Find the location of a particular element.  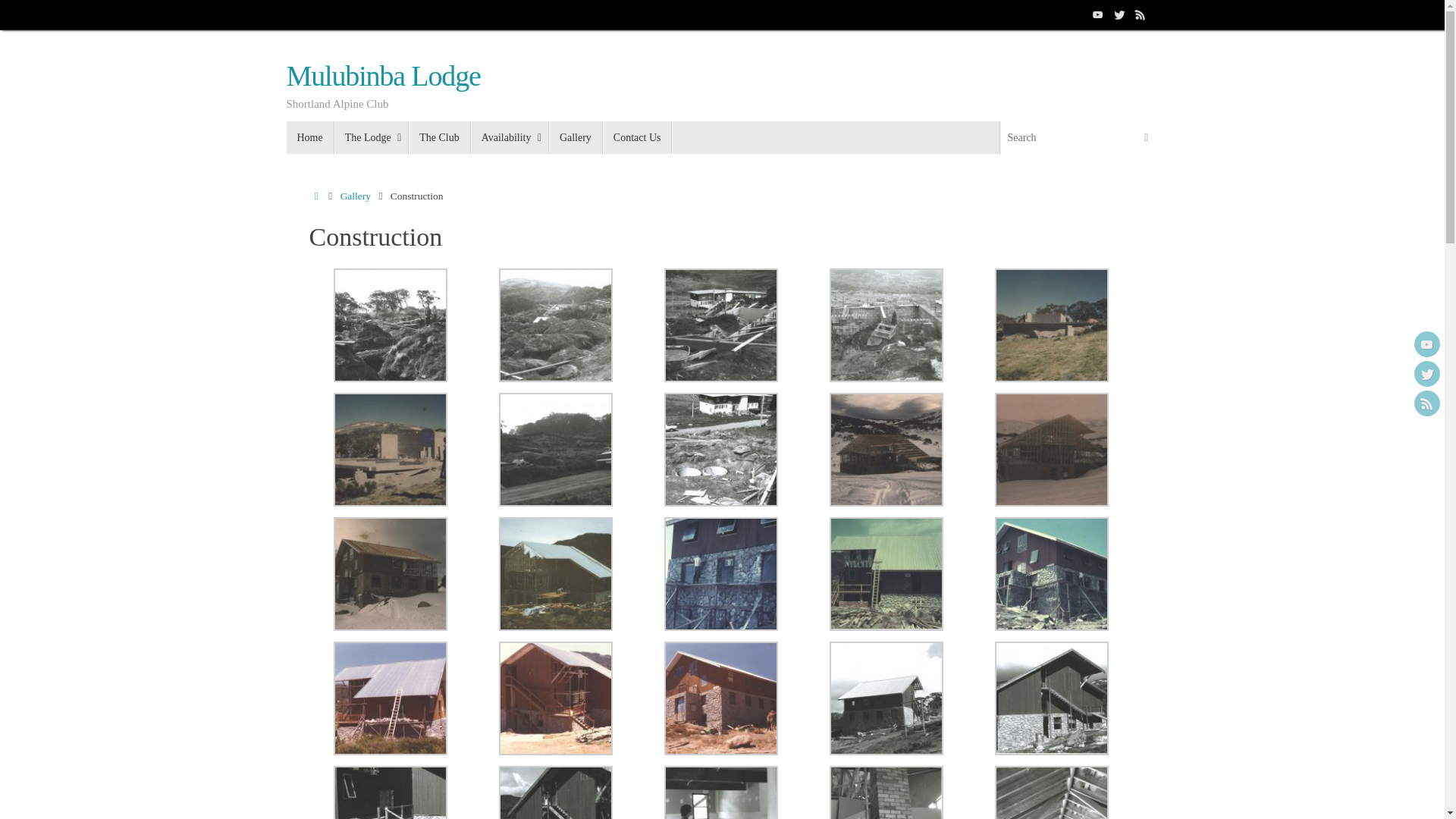

'Gallery' is located at coordinates (355, 195).